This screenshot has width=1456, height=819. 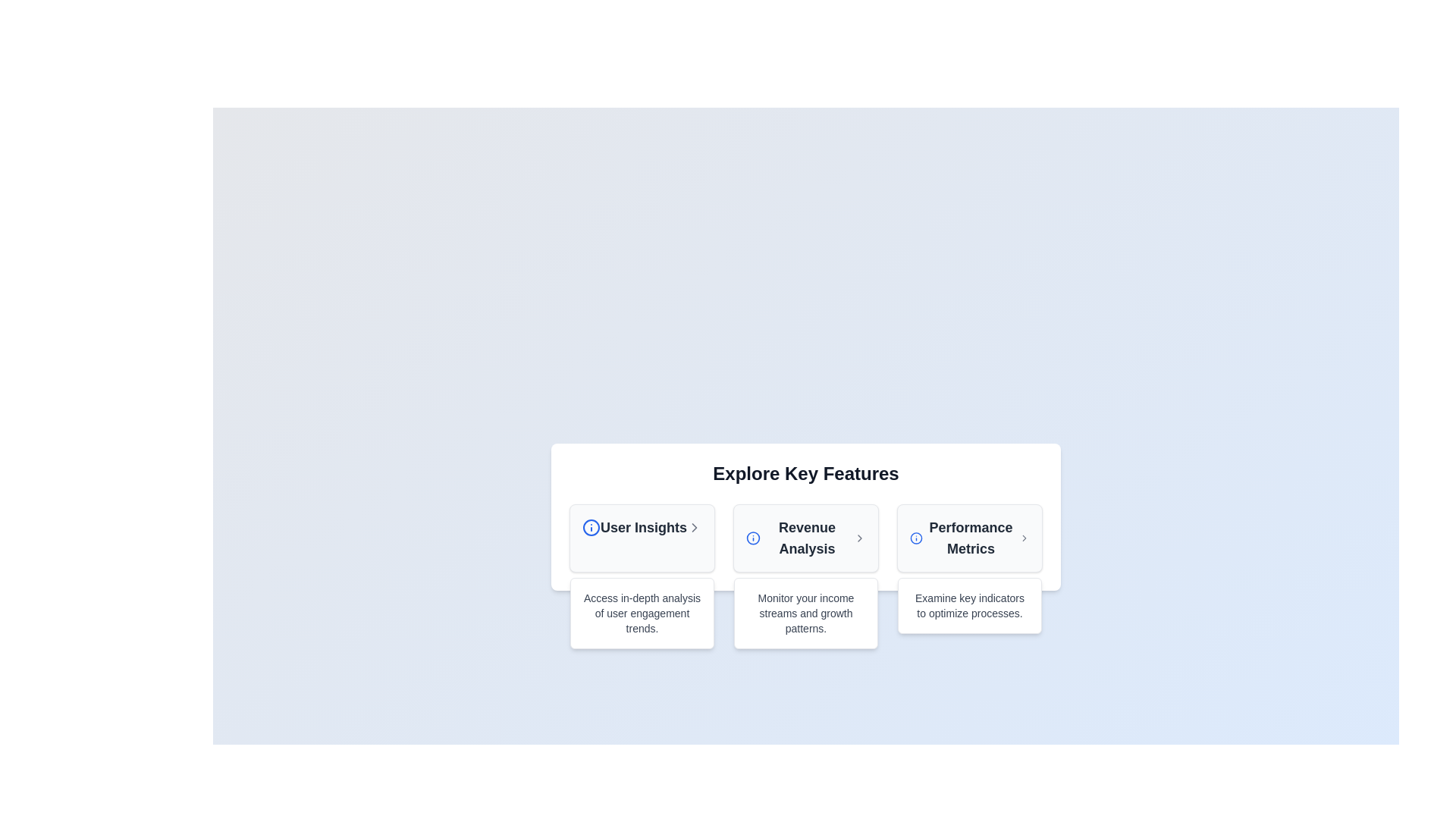 I want to click on the Text element that serves as a heading for the card component under the header 'Explore Key Features' located in the third column, so click(x=968, y=537).